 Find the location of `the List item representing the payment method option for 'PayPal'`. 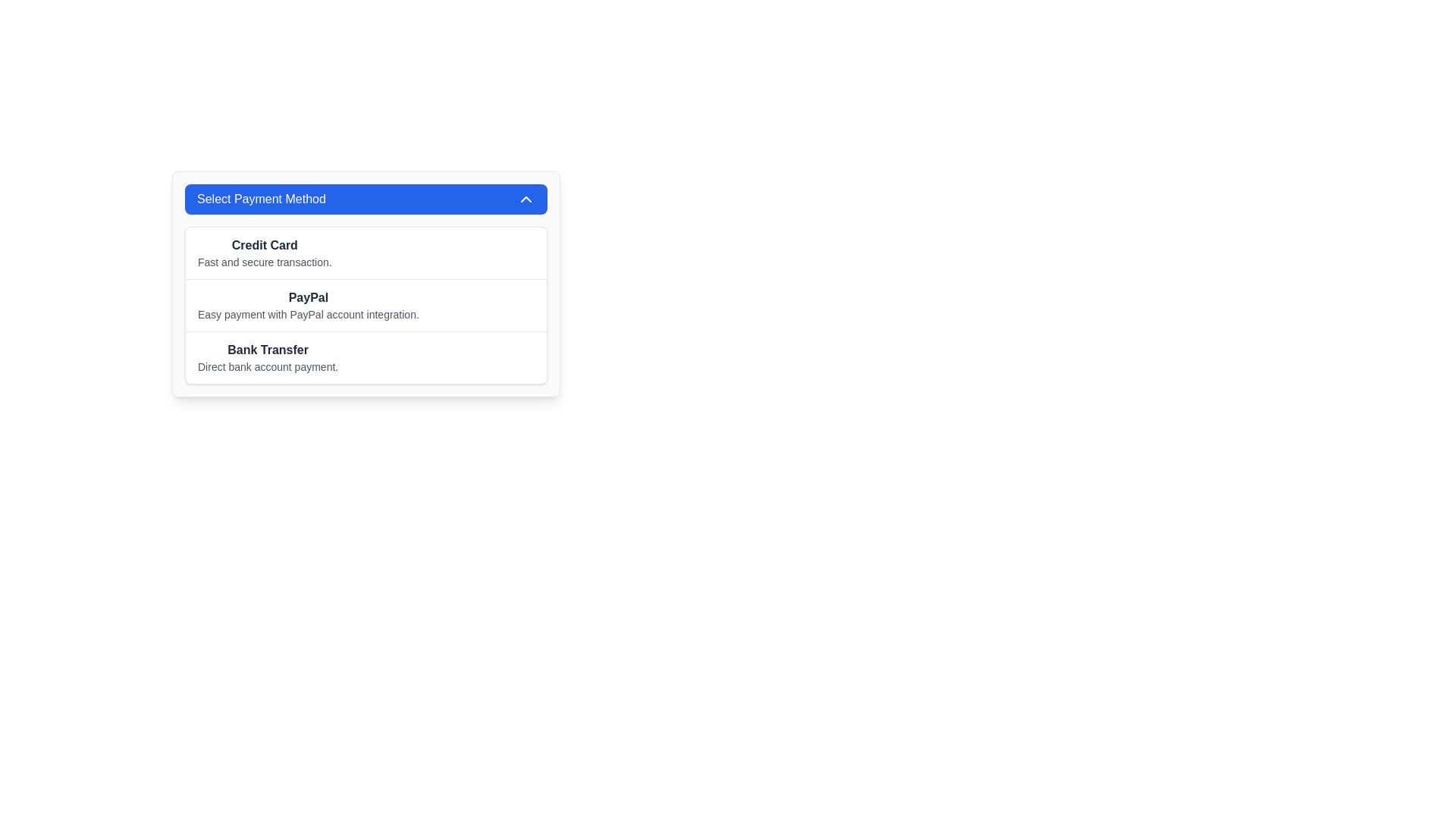

the List item representing the payment method option for 'PayPal' is located at coordinates (307, 305).